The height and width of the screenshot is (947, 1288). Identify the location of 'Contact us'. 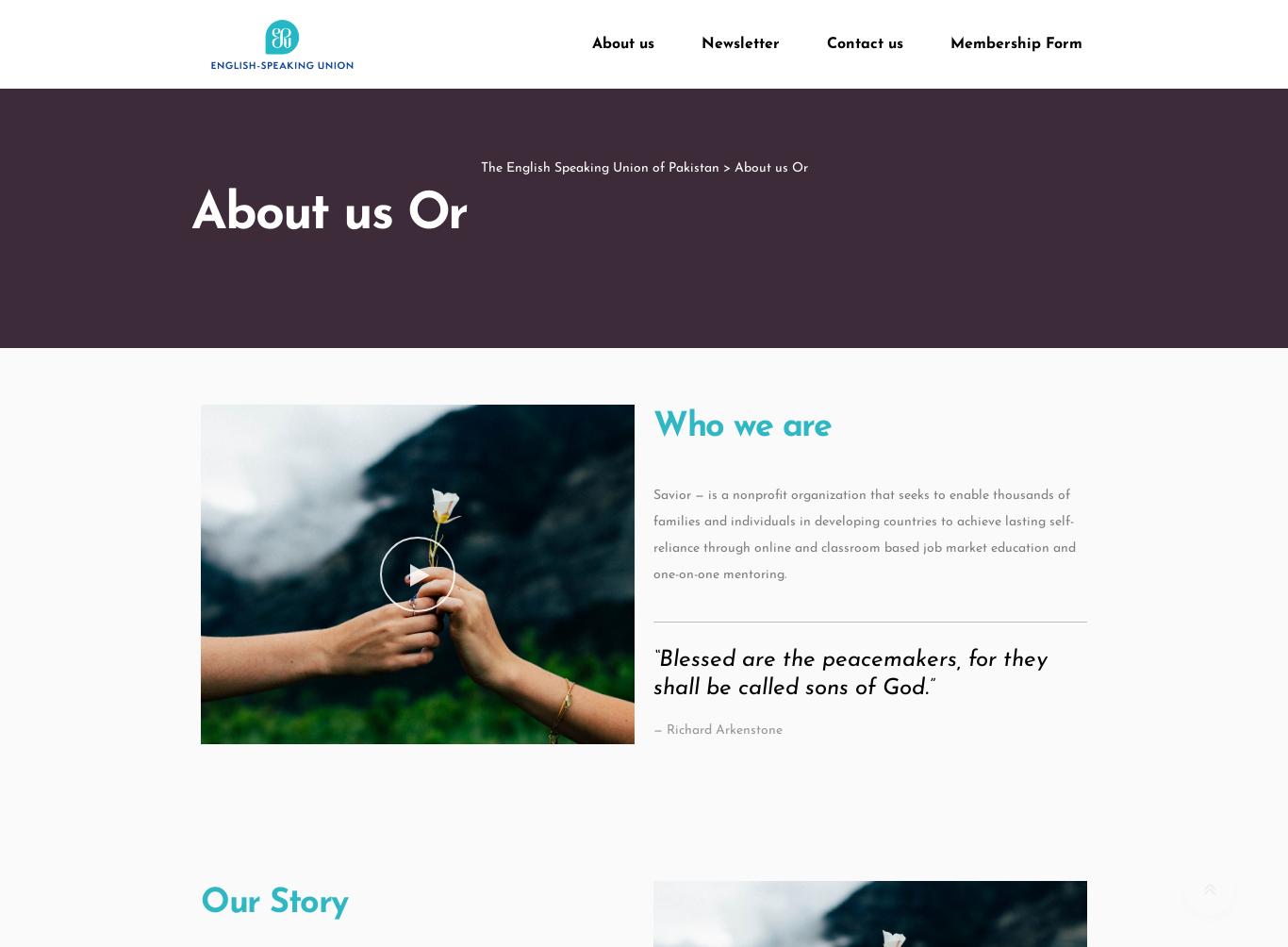
(825, 43).